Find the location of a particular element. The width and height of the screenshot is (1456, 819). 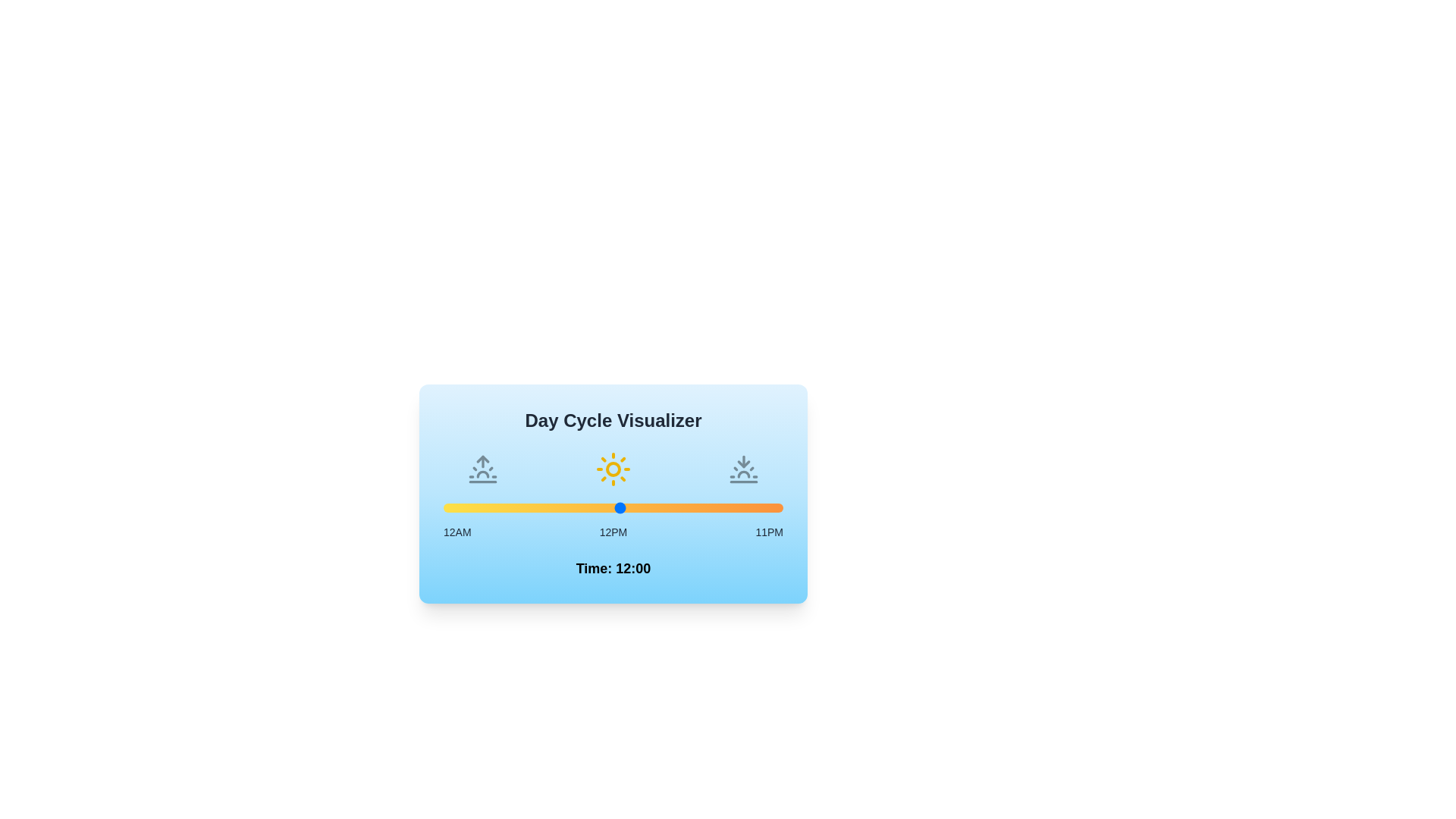

the time to 14 by moving the slider is located at coordinates (650, 508).